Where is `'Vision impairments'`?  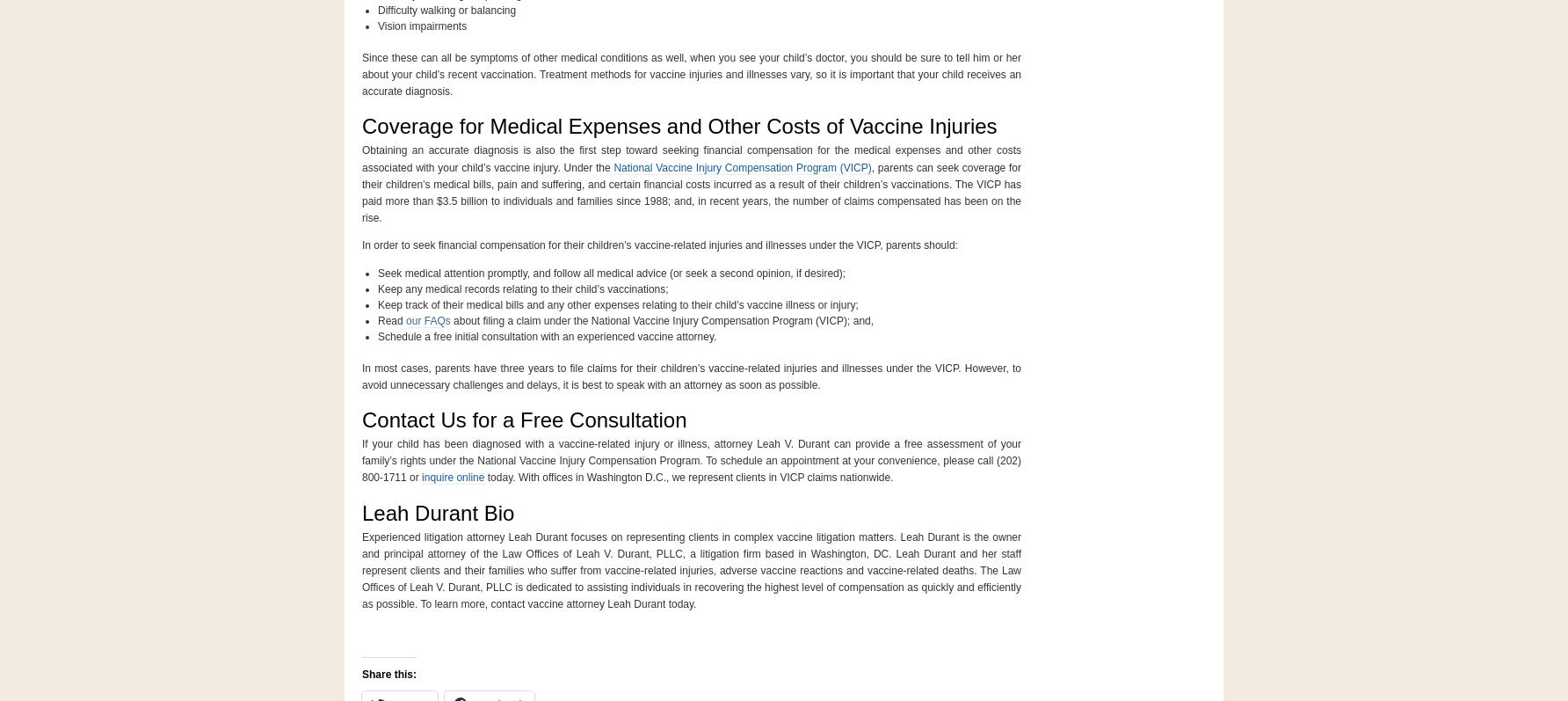 'Vision impairments' is located at coordinates (422, 25).